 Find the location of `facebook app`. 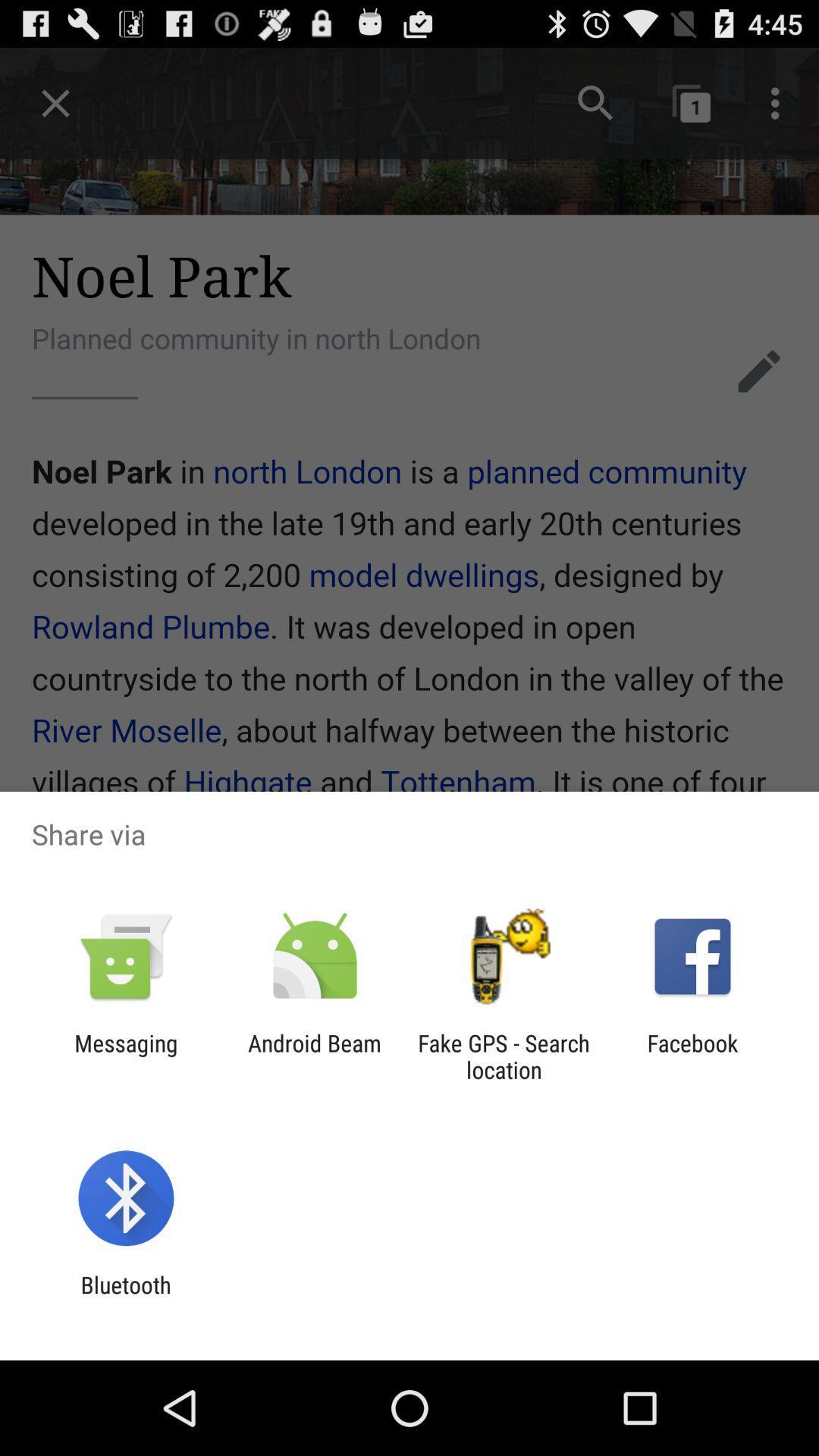

facebook app is located at coordinates (692, 1056).